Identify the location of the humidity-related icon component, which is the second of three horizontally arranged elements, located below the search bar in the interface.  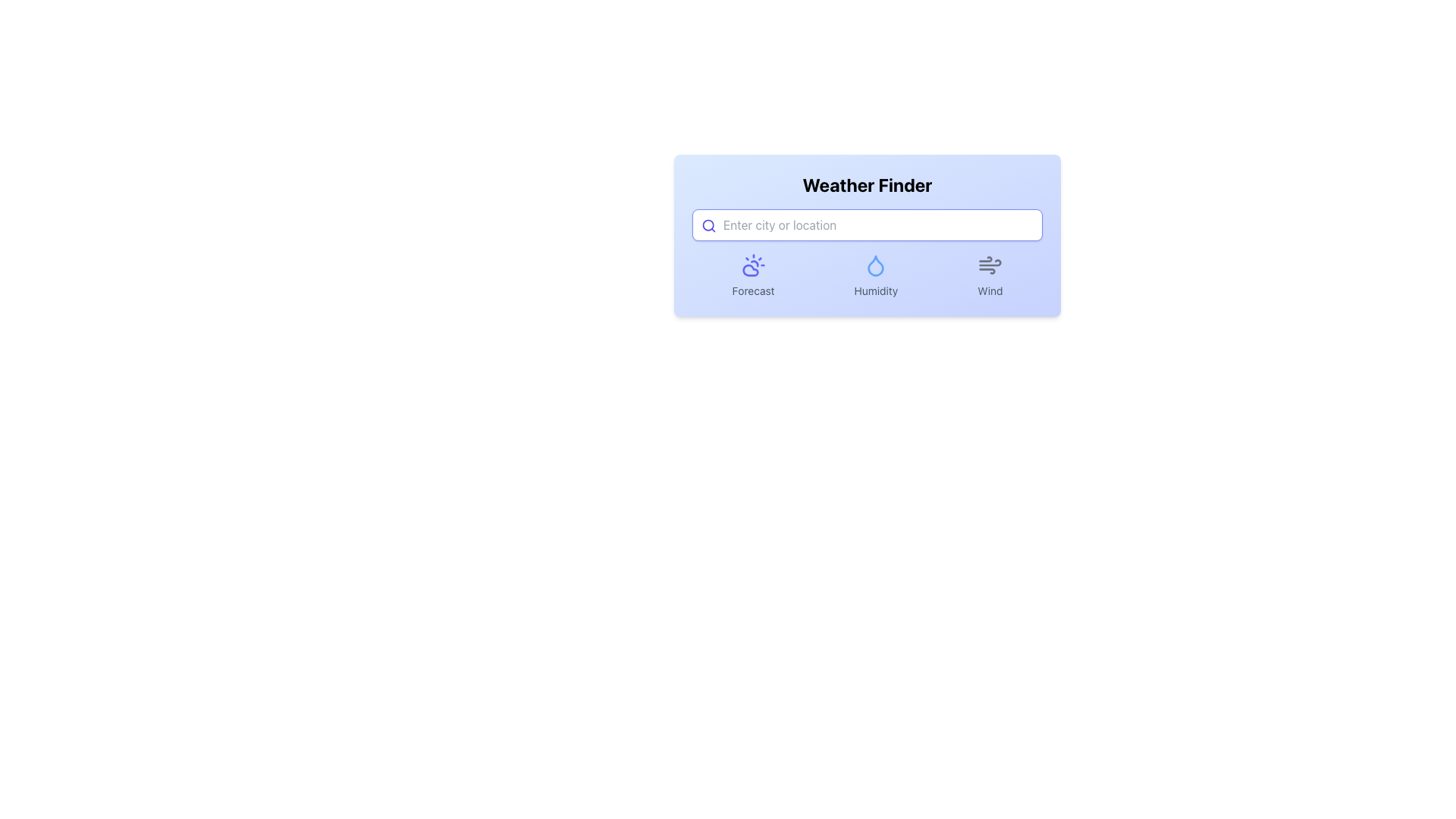
(876, 275).